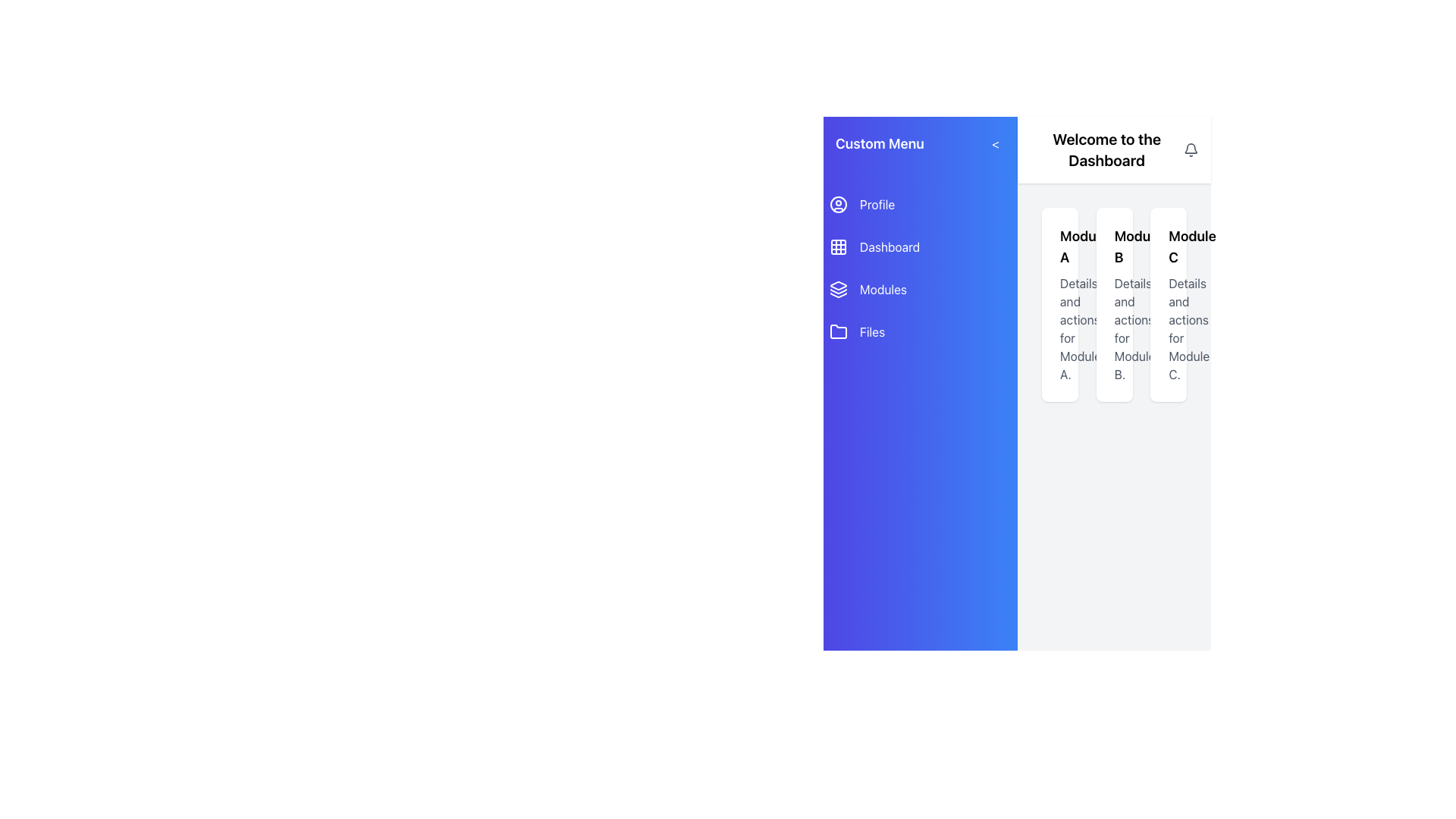 This screenshot has height=819, width=1456. Describe the element at coordinates (883, 289) in the screenshot. I see `the 'Modules' text label, which is the third item in the left-aligned vertical menu with a gradient blue background` at that location.